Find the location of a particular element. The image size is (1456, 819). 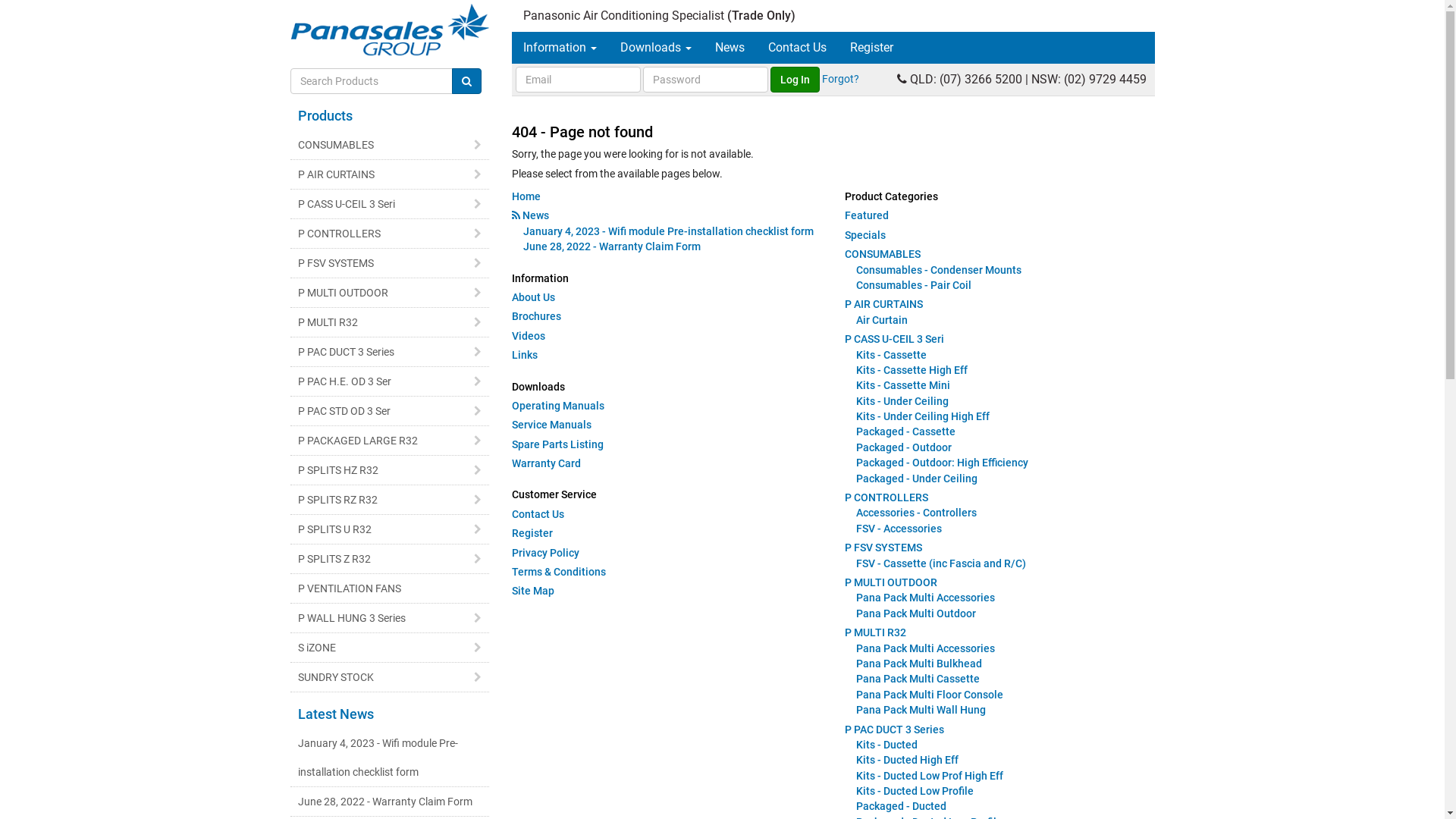

'Information' is located at coordinates (559, 46).